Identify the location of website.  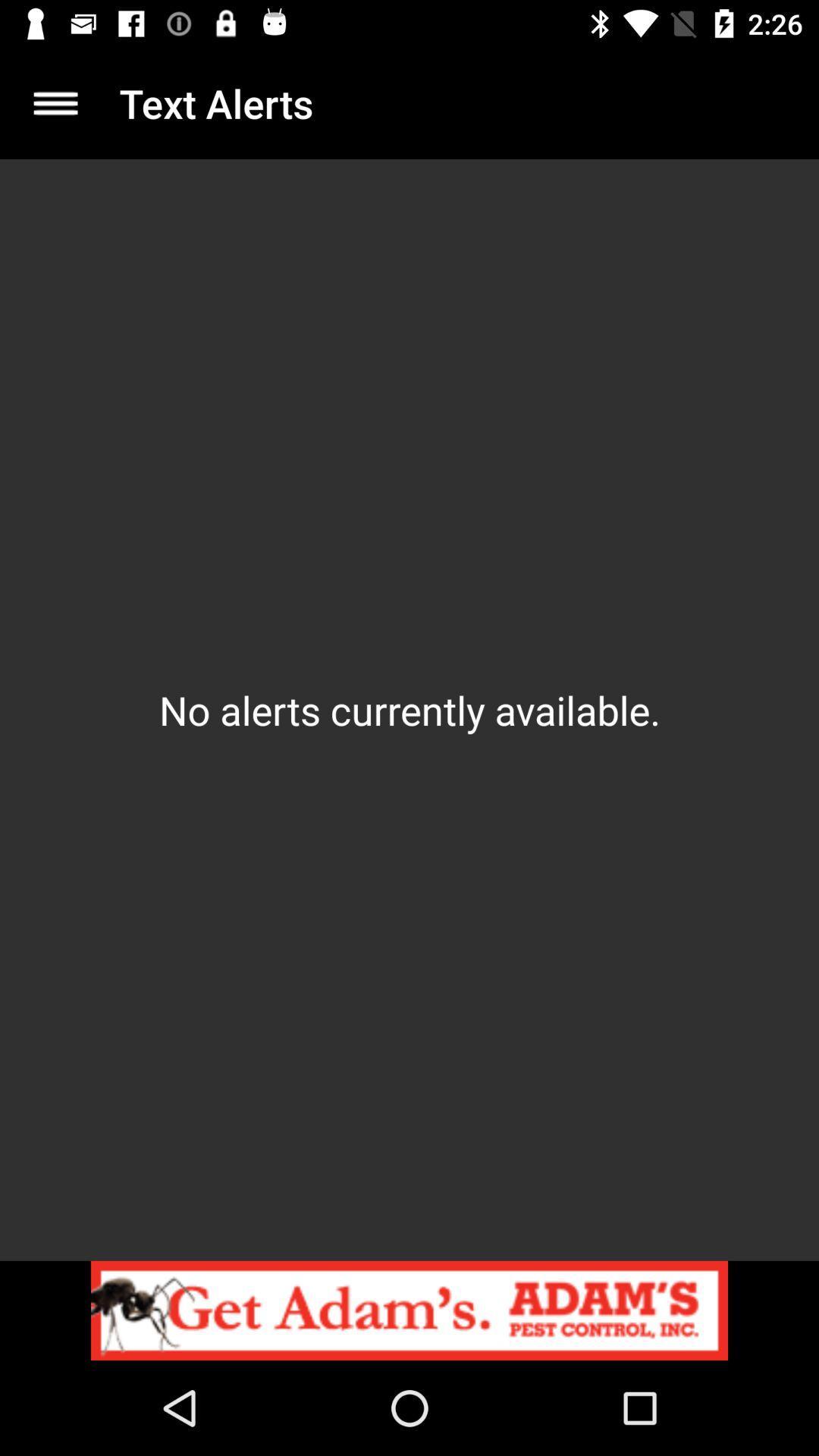
(409, 1310).